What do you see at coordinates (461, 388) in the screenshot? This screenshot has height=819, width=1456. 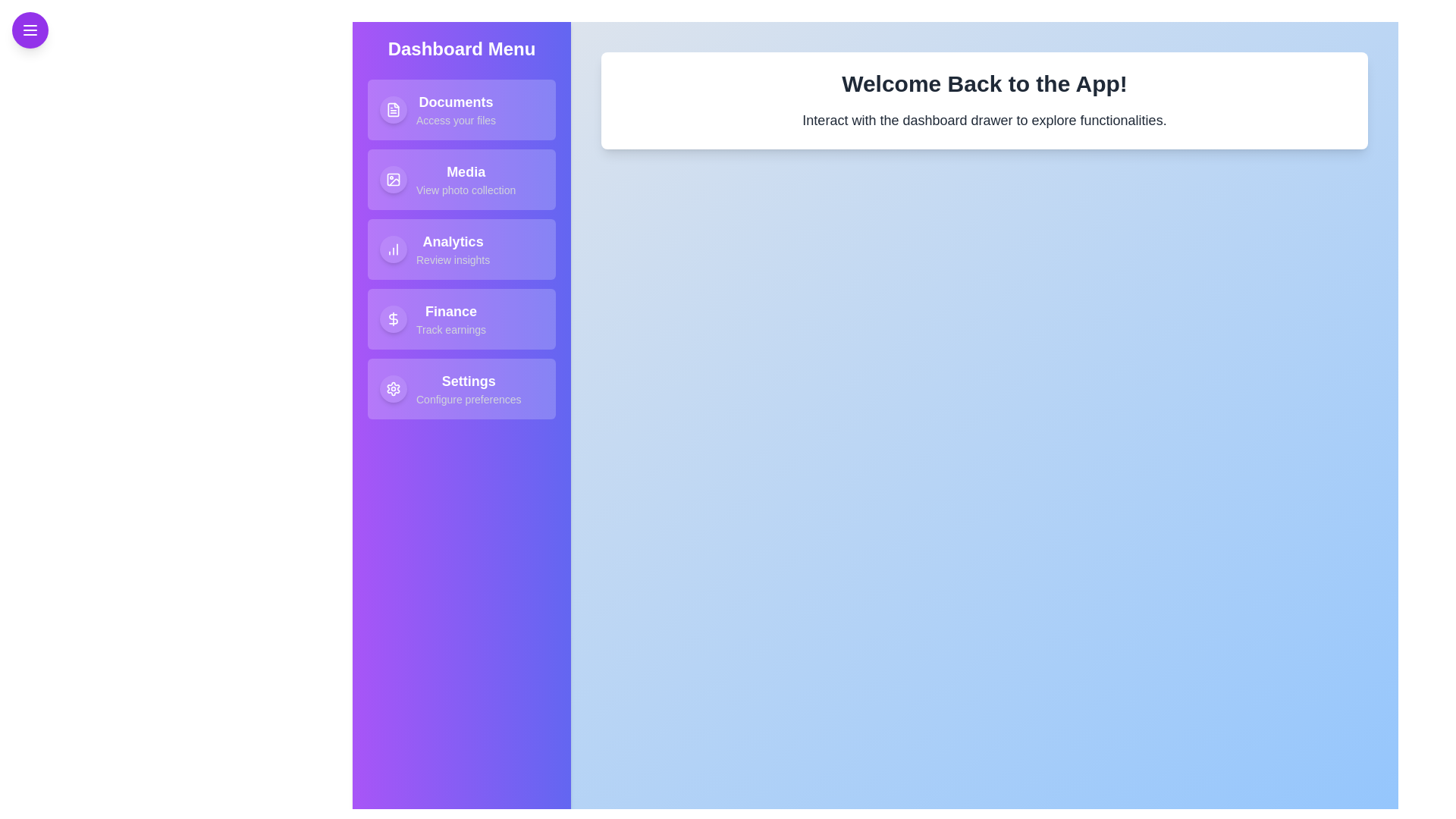 I see `the Settings item in the drawer to access its functionality` at bounding box center [461, 388].